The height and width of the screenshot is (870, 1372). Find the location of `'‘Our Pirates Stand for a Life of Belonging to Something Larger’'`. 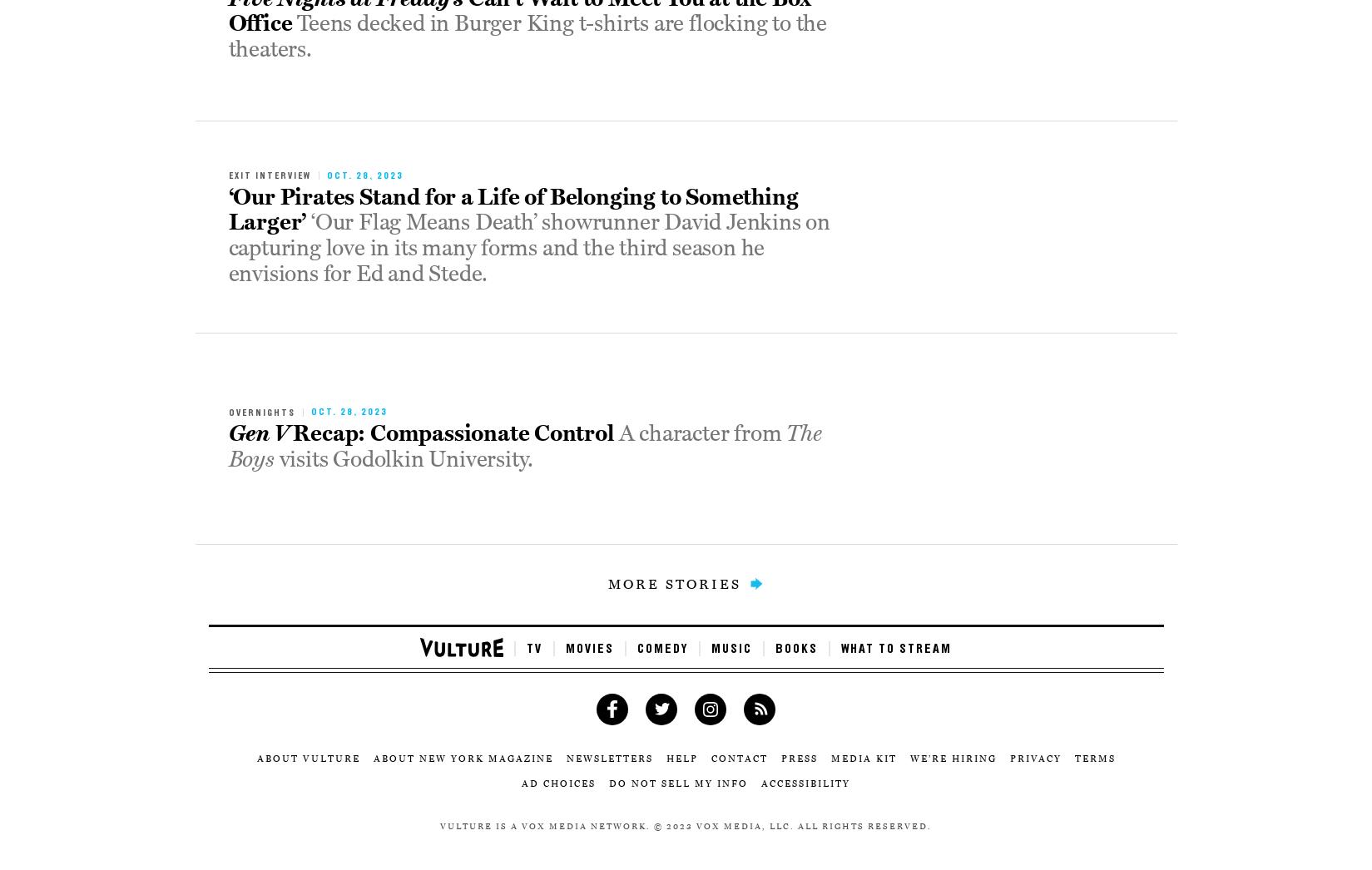

'‘Our Pirates Stand for a Life of Belonging to Something Larger’' is located at coordinates (513, 208).